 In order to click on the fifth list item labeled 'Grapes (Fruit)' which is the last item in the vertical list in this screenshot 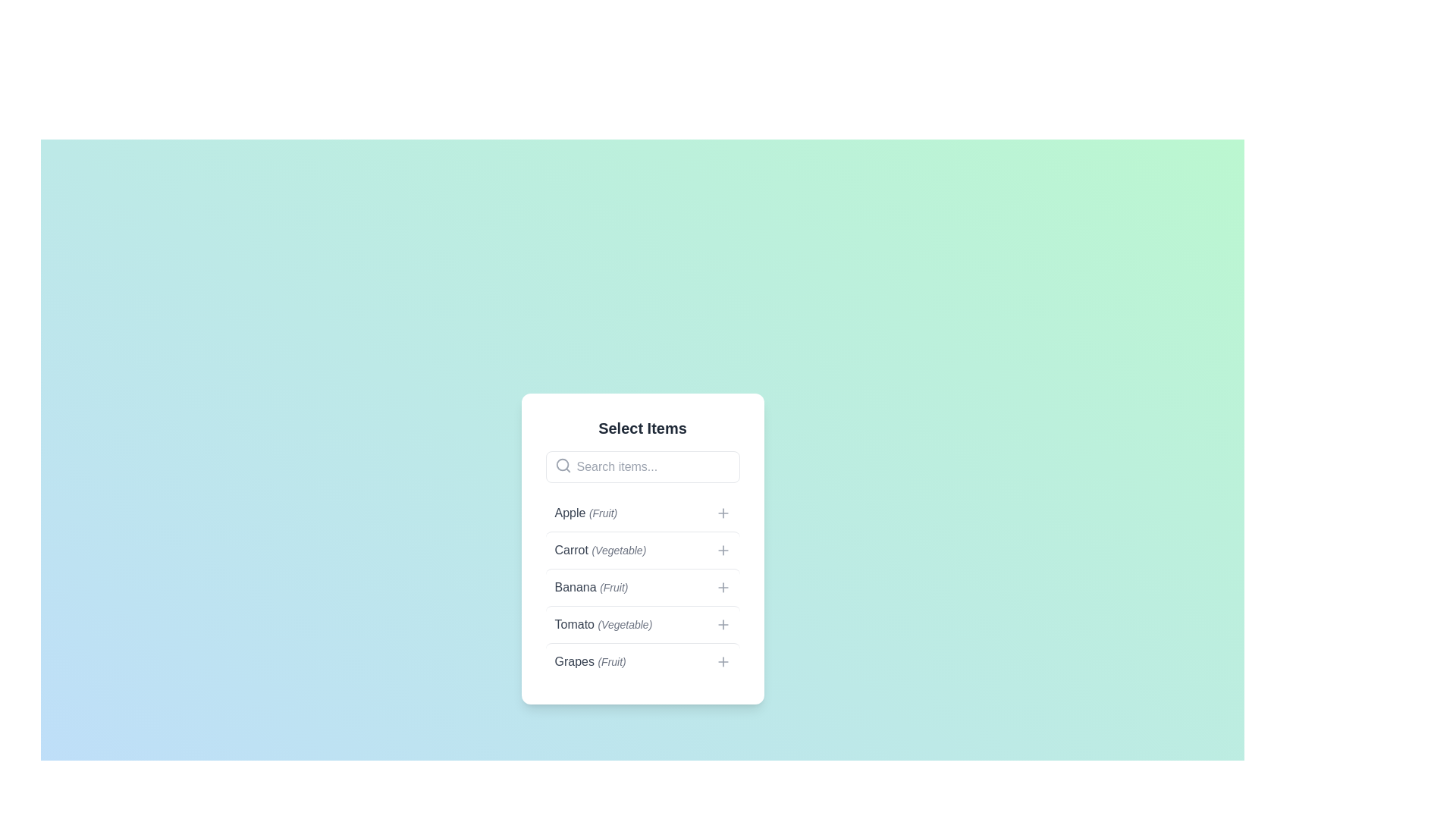, I will do `click(642, 661)`.